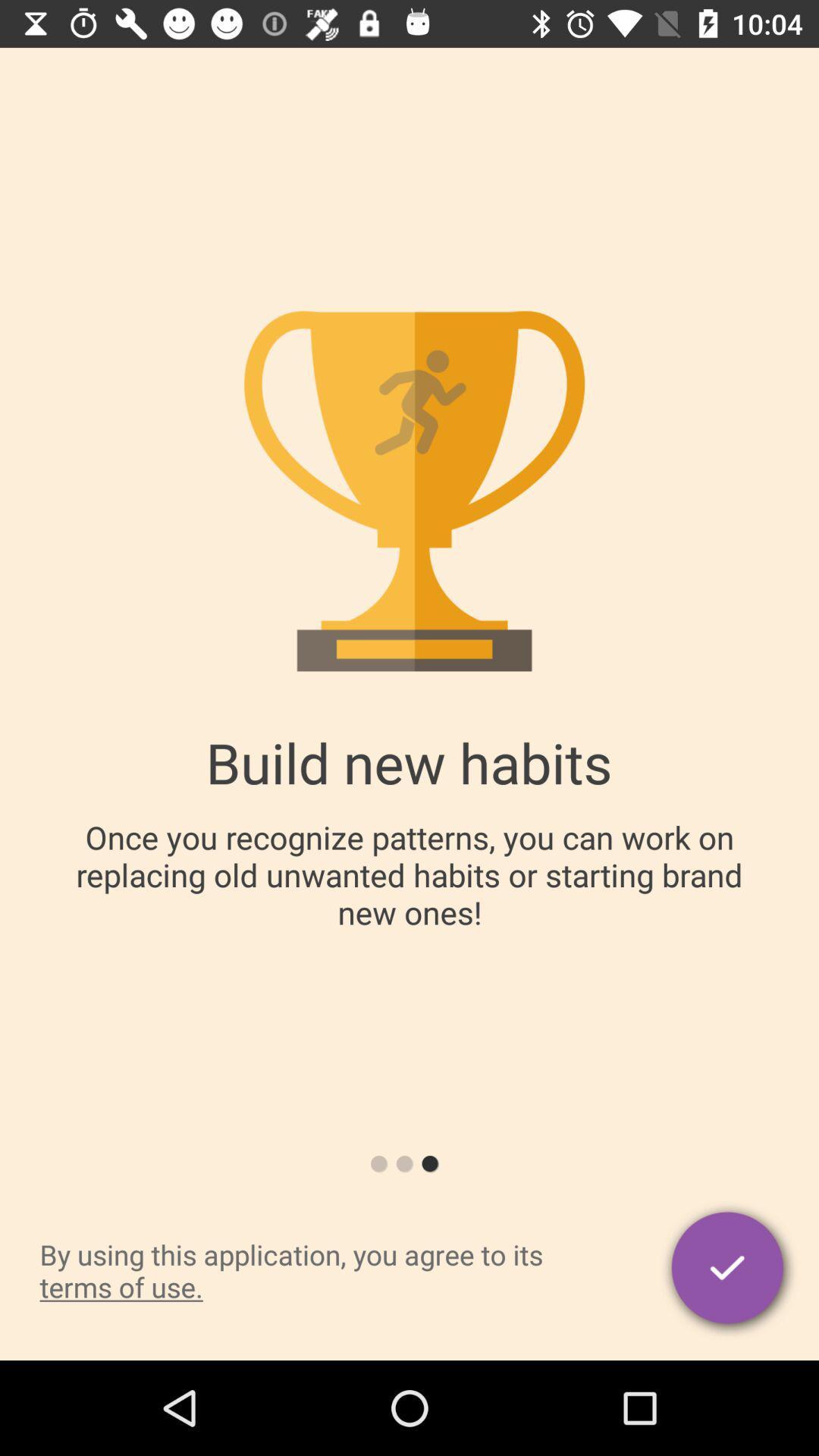 This screenshot has width=819, height=1456. Describe the element at coordinates (728, 1270) in the screenshot. I see `ok` at that location.